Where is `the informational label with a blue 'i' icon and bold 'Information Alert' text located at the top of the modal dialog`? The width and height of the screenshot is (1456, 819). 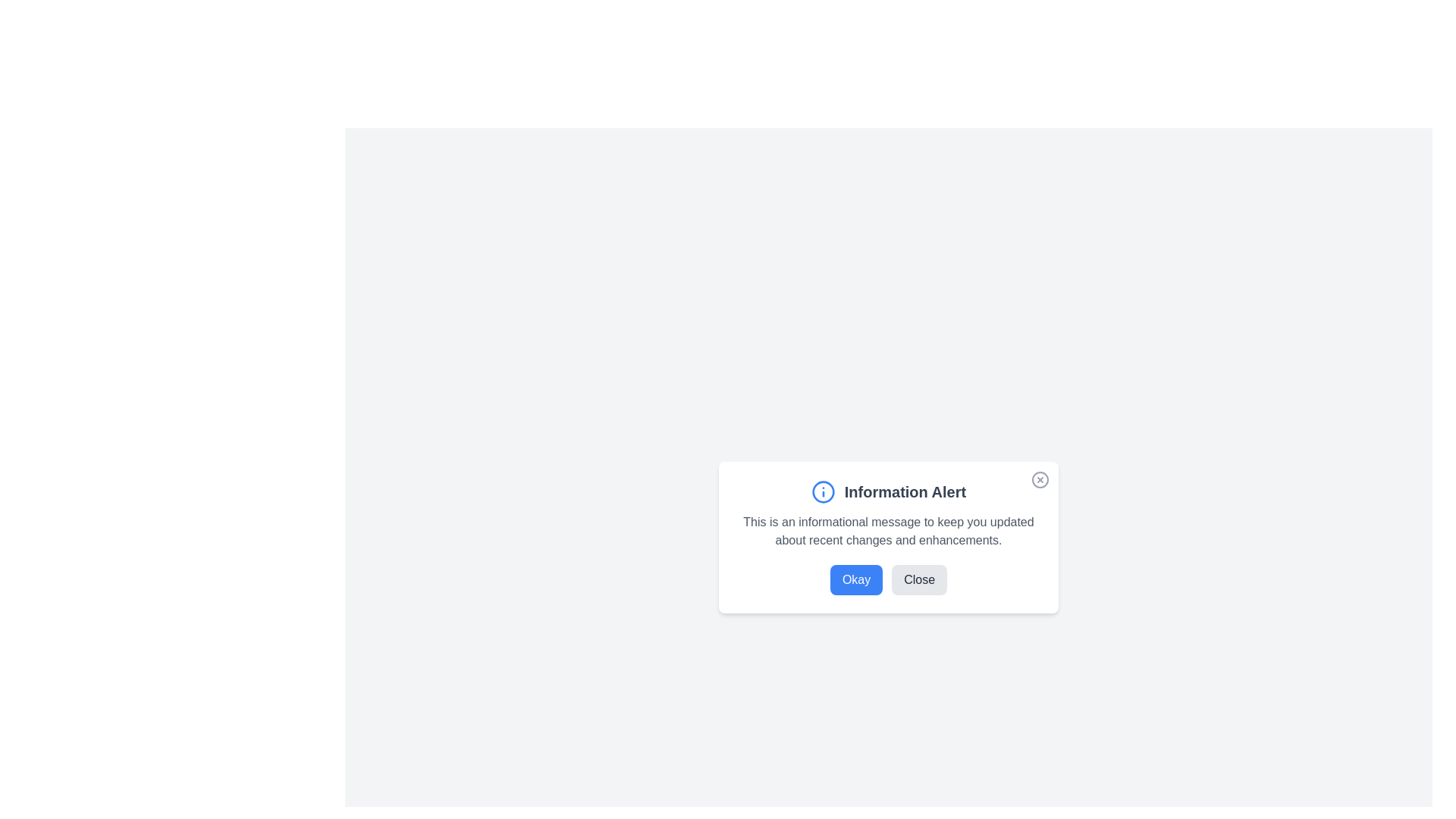
the informational label with a blue 'i' icon and bold 'Information Alert' text located at the top of the modal dialog is located at coordinates (888, 491).